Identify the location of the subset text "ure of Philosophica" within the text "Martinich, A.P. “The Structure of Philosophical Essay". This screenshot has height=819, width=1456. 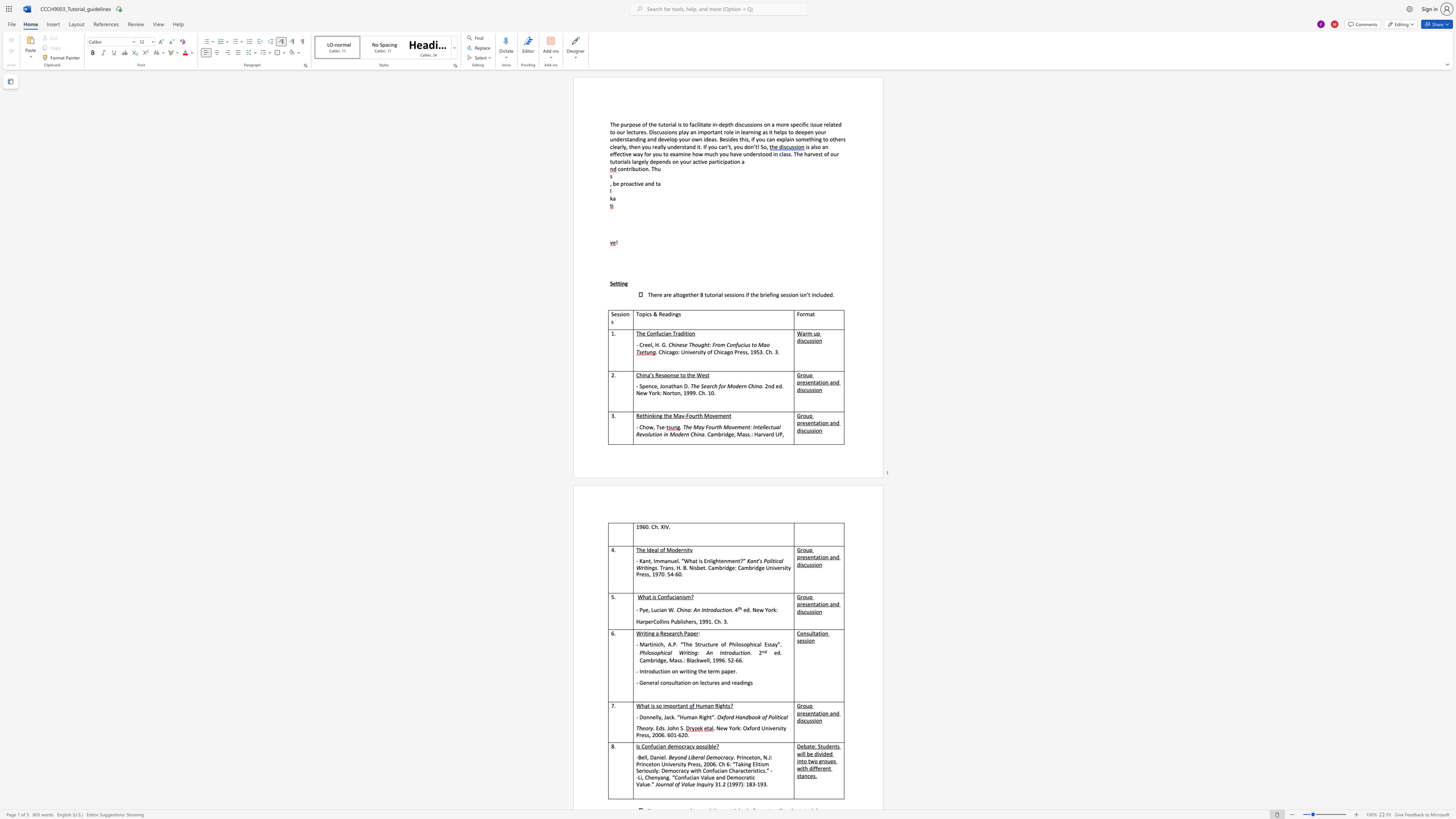
(709, 643).